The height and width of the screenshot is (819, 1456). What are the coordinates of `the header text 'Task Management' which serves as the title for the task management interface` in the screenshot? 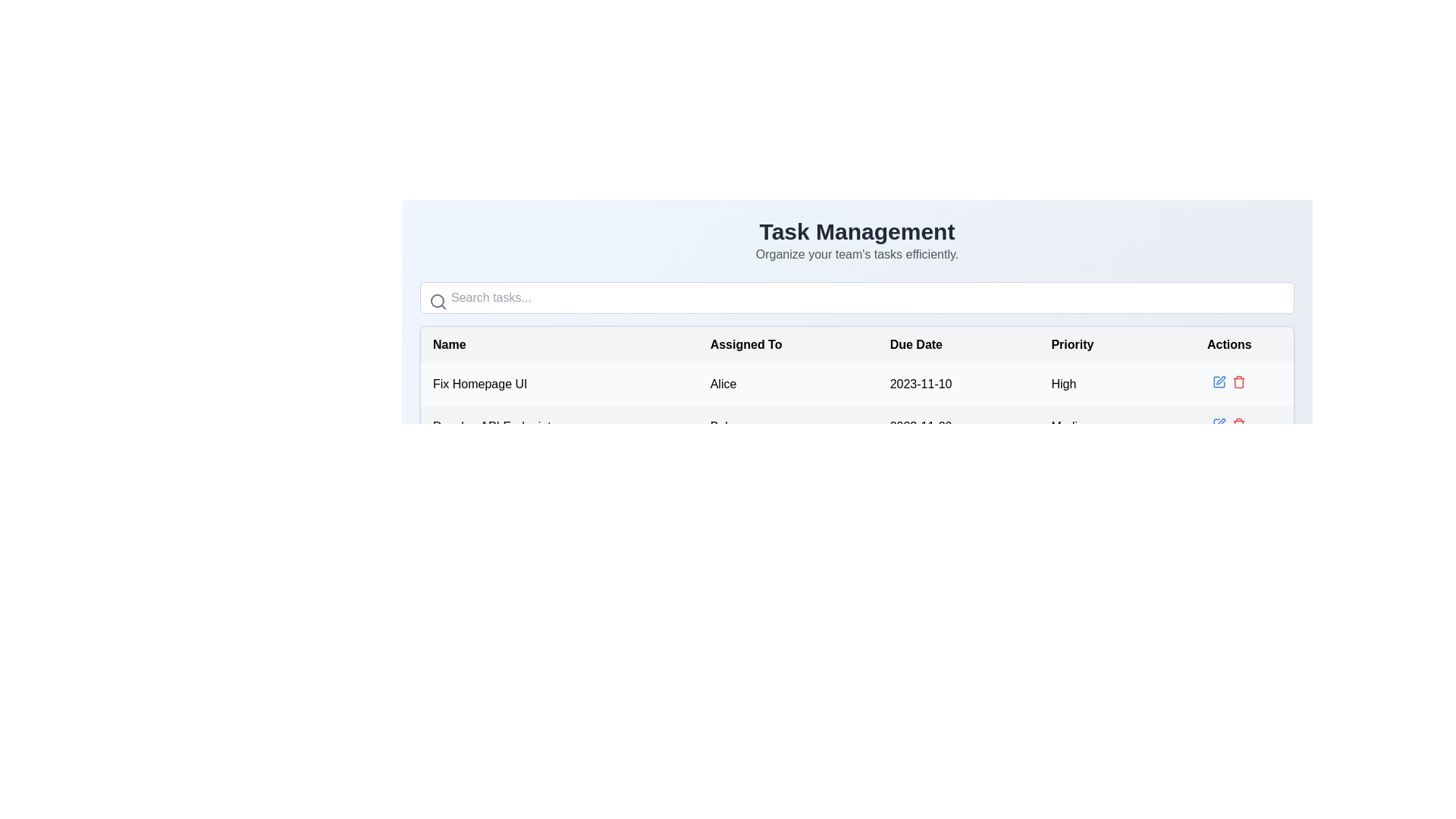 It's located at (857, 231).